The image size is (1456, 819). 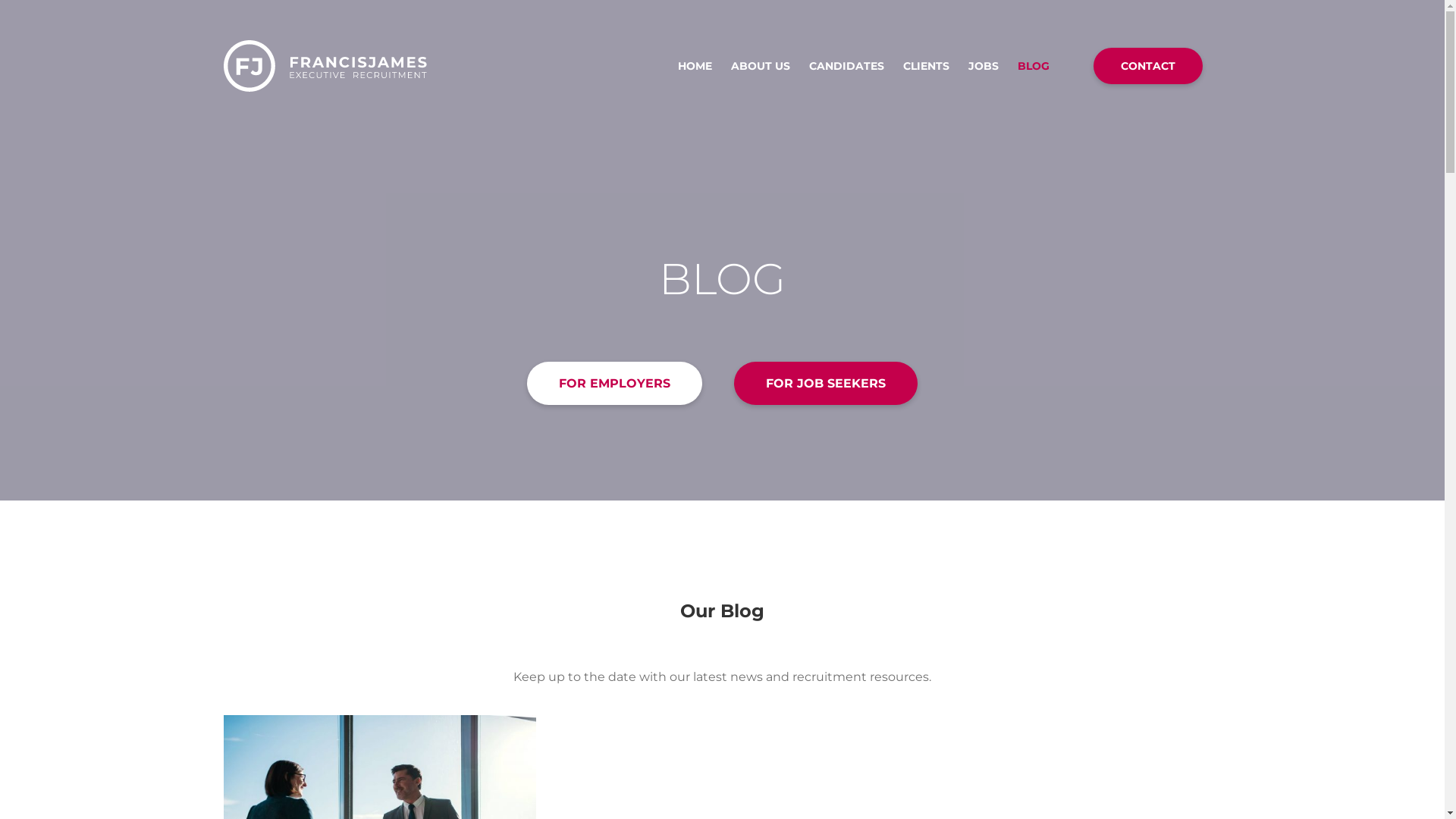 I want to click on 'ABOUT US', so click(x=761, y=65).